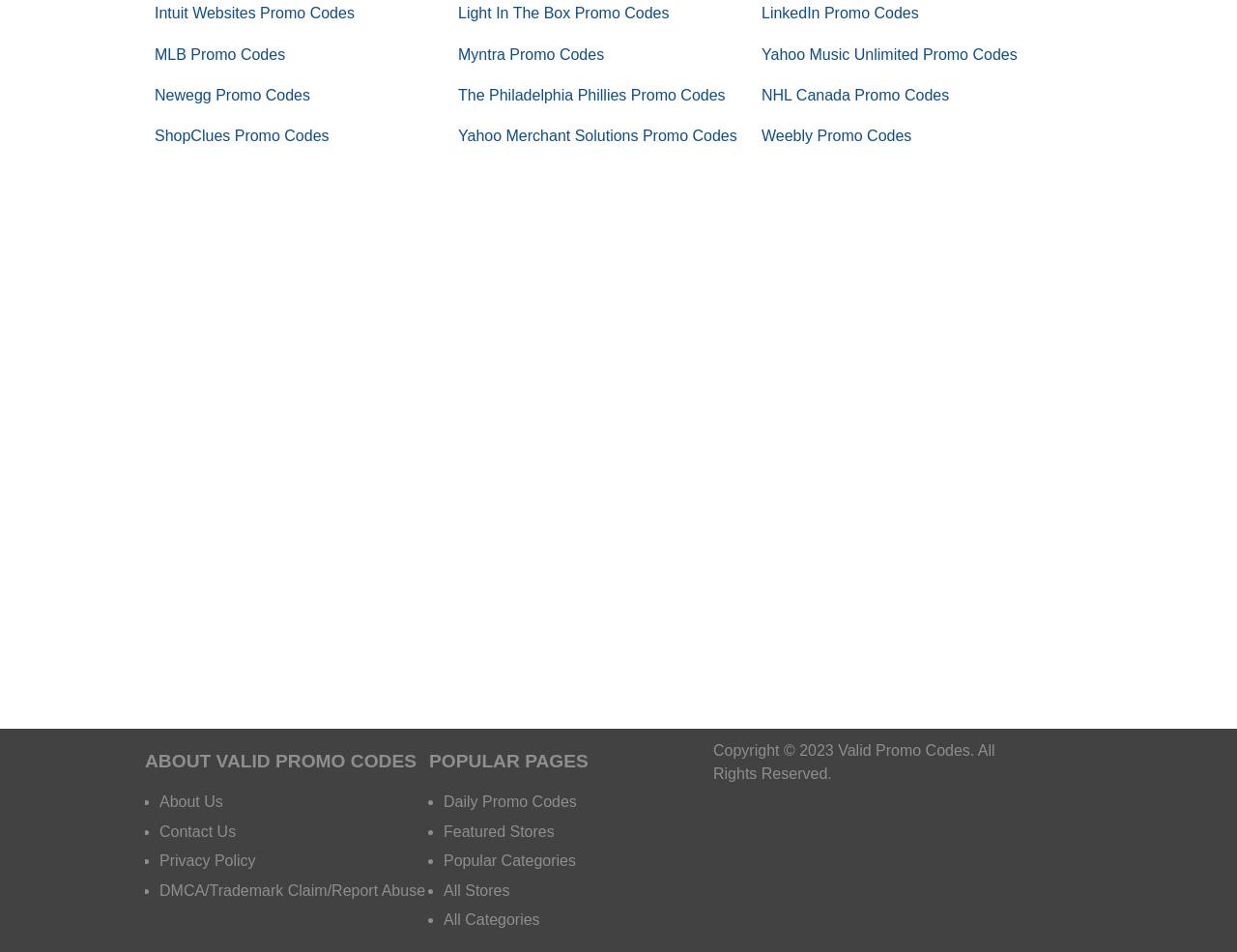  Describe the element at coordinates (158, 860) in the screenshot. I see `'Privacy Policy'` at that location.